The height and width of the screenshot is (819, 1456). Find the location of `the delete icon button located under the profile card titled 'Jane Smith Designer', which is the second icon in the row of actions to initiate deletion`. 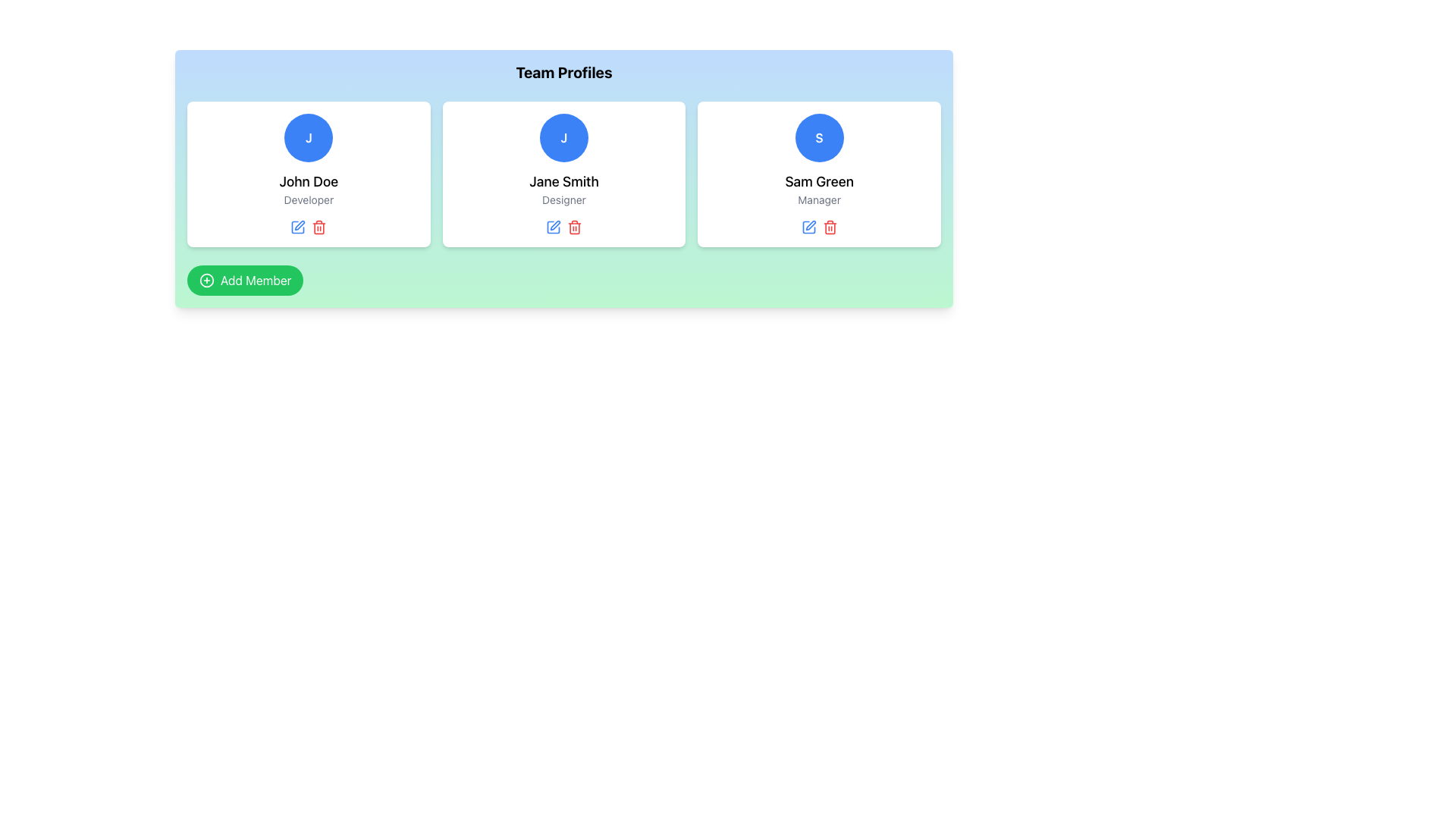

the delete icon button located under the profile card titled 'Jane Smith Designer', which is the second icon in the row of actions to initiate deletion is located at coordinates (574, 227).